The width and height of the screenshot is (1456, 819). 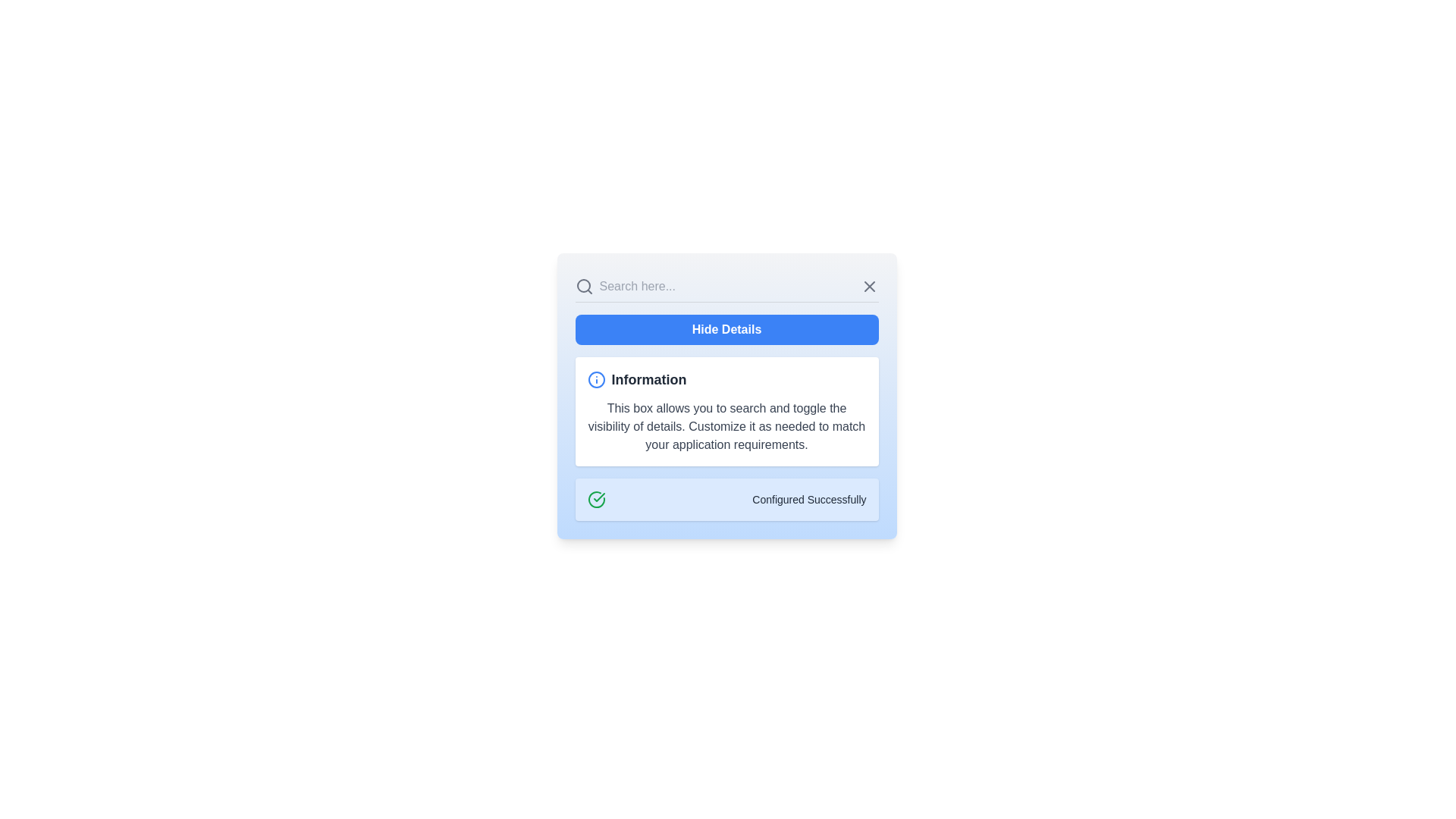 I want to click on the blue button labeled 'Hide Details' with rounded corners to hide the details displayed in the card interface, so click(x=726, y=329).